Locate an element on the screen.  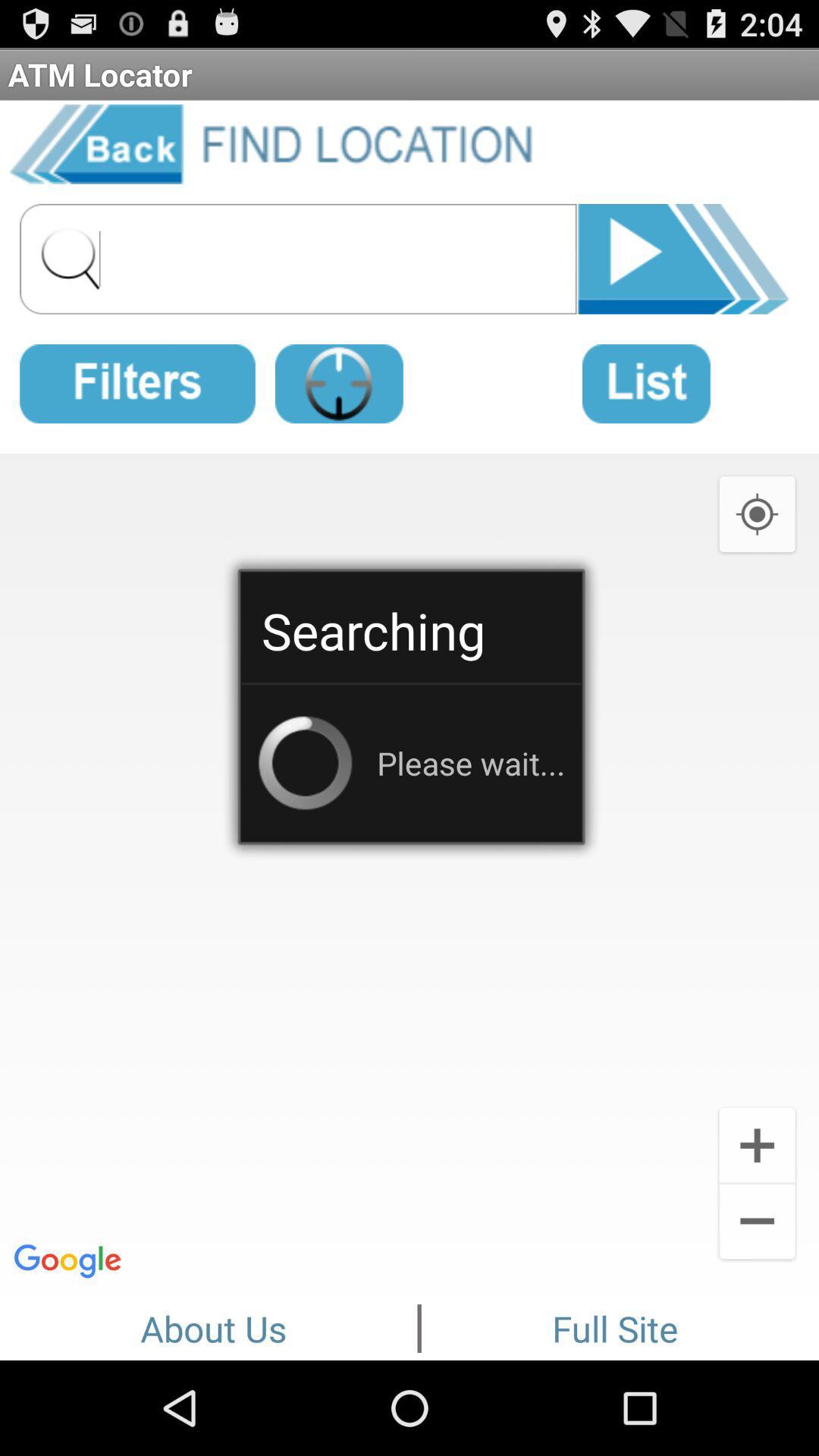
the icon at the top left corner is located at coordinates (137, 381).